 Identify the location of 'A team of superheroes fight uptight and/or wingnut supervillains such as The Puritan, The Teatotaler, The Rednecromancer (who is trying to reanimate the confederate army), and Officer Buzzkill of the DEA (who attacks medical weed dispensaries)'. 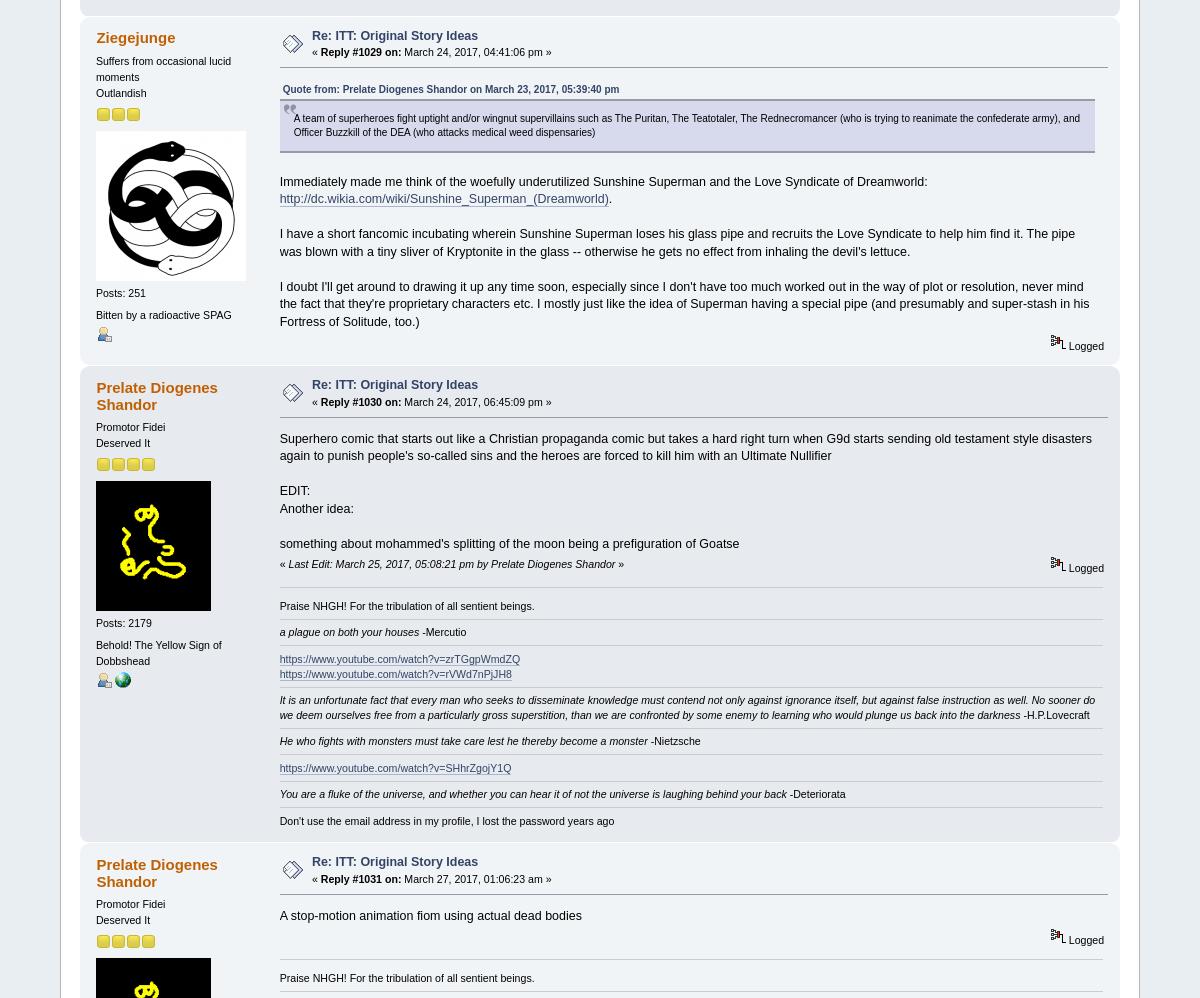
(292, 125).